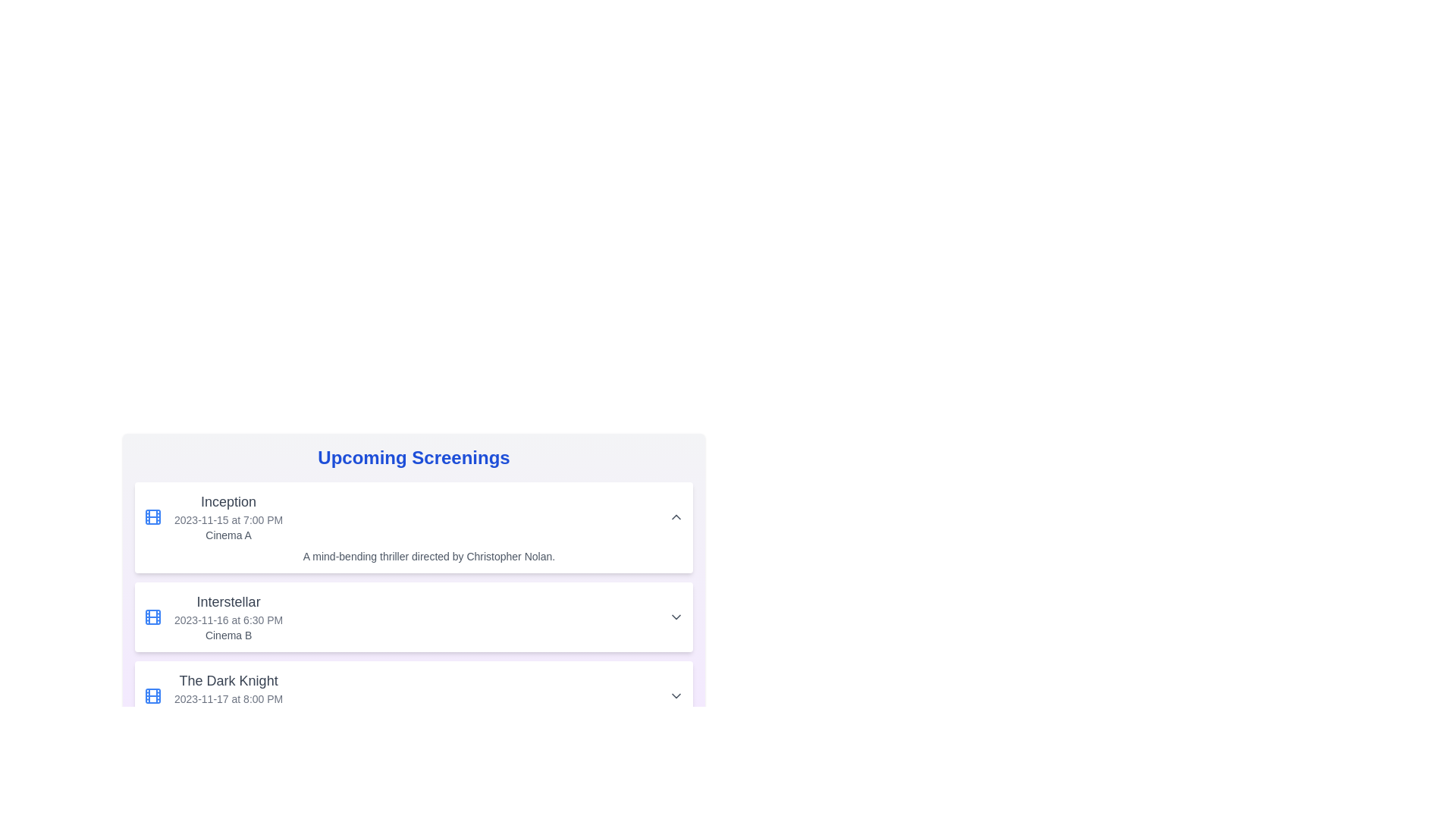 This screenshot has height=819, width=1456. Describe the element at coordinates (227, 519) in the screenshot. I see `date and time information displayed in the text label below the title 'Inception' and above 'Cinema A' in the 'Upcoming Screenings' section` at that location.